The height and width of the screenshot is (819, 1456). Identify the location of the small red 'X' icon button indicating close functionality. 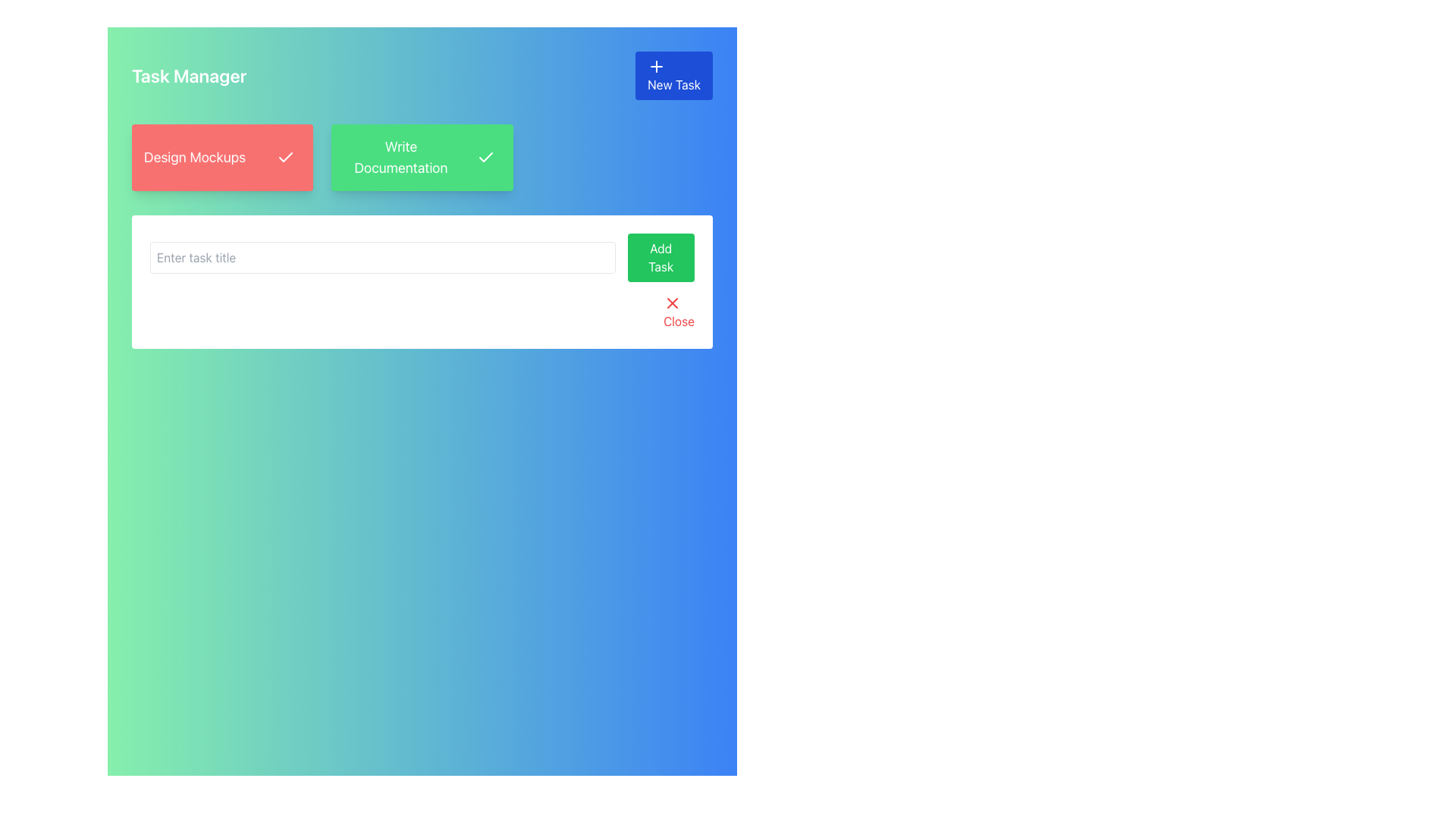
(672, 303).